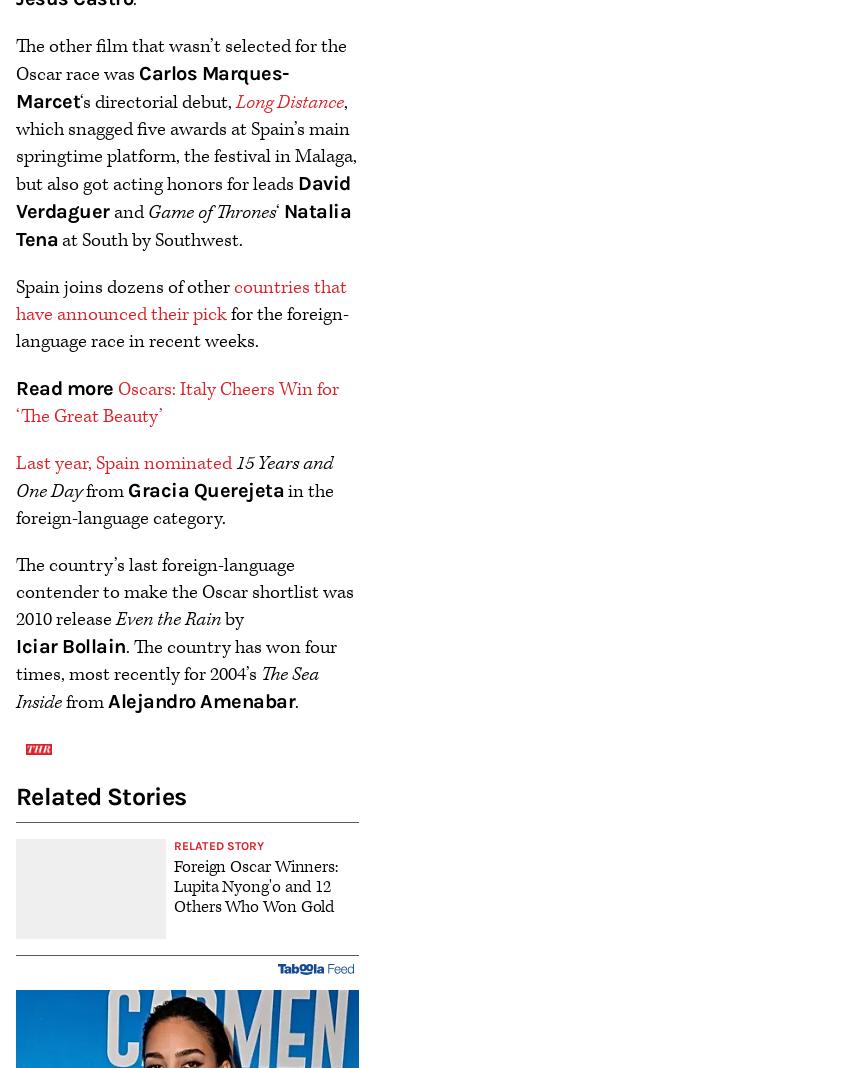 The width and height of the screenshot is (849, 1068). I want to click on 'Gracia Querejeta', so click(204, 489).